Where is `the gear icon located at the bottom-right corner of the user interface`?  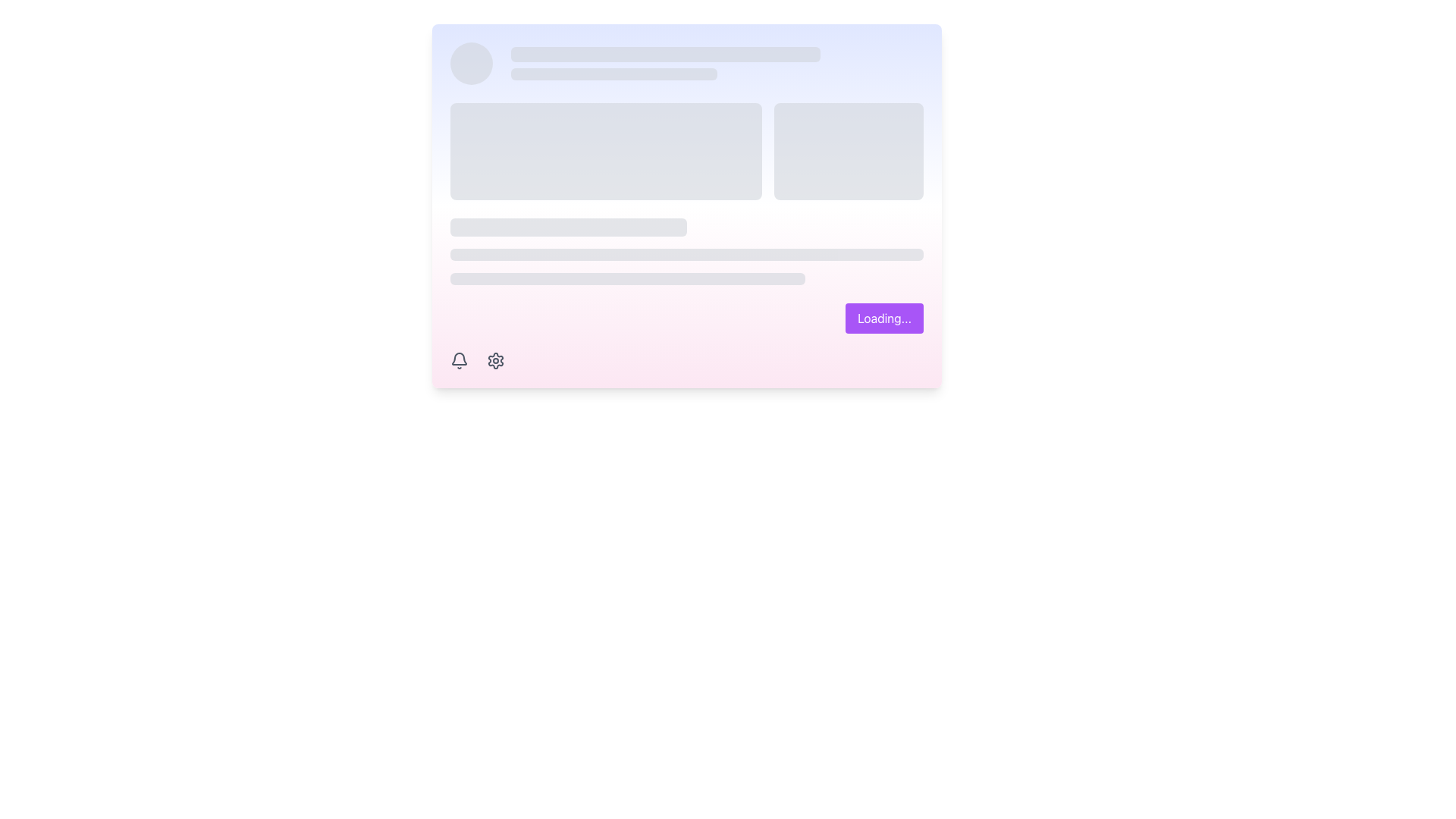
the gear icon located at the bottom-right corner of the user interface is located at coordinates (495, 360).